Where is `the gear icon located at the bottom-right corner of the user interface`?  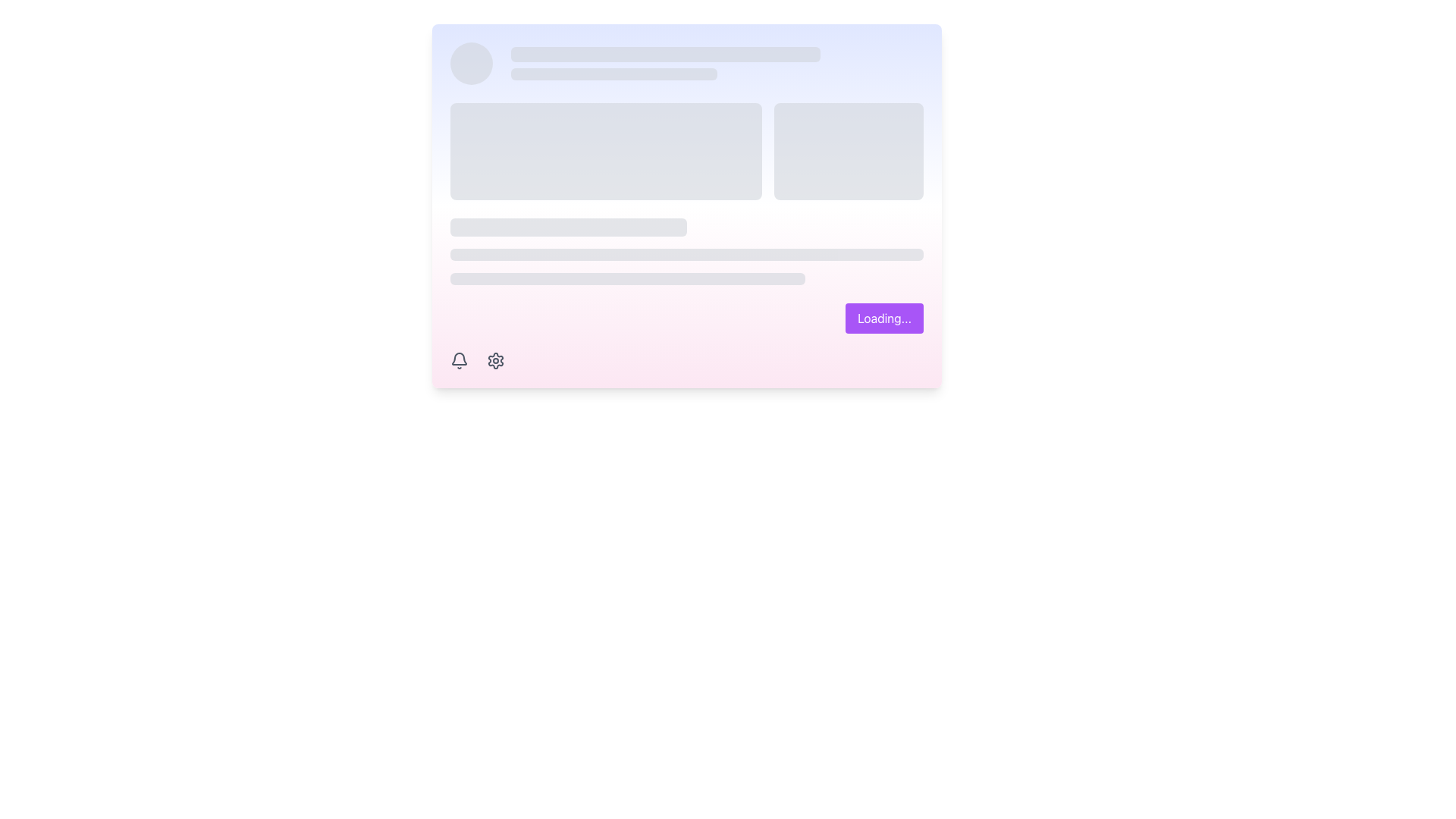
the gear icon located at the bottom-right corner of the user interface is located at coordinates (495, 360).